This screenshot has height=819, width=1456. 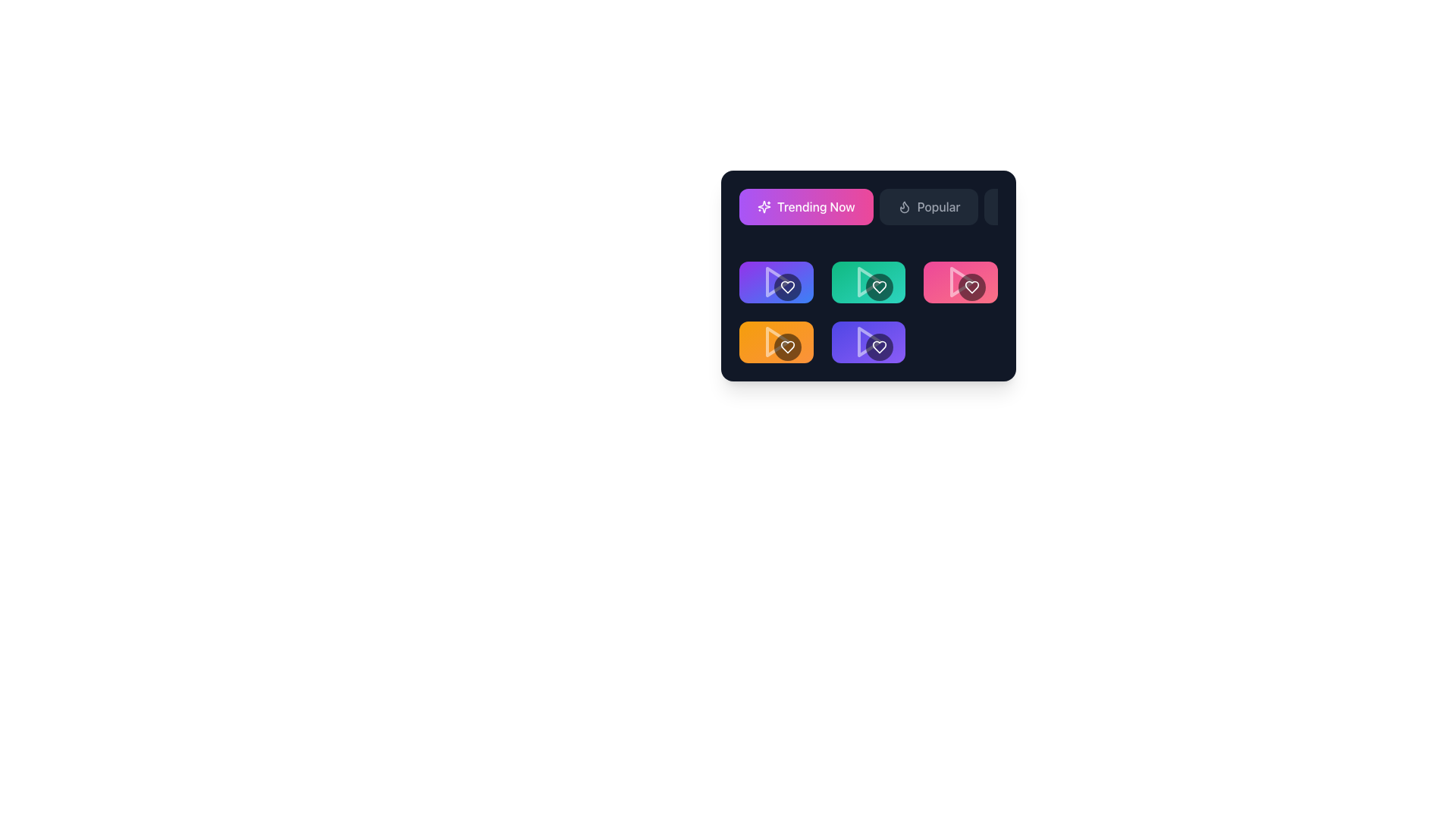 What do you see at coordinates (971, 287) in the screenshot?
I see `the circular heart button located at the top-right corner of the third card in the grid layout to like or favorite` at bounding box center [971, 287].